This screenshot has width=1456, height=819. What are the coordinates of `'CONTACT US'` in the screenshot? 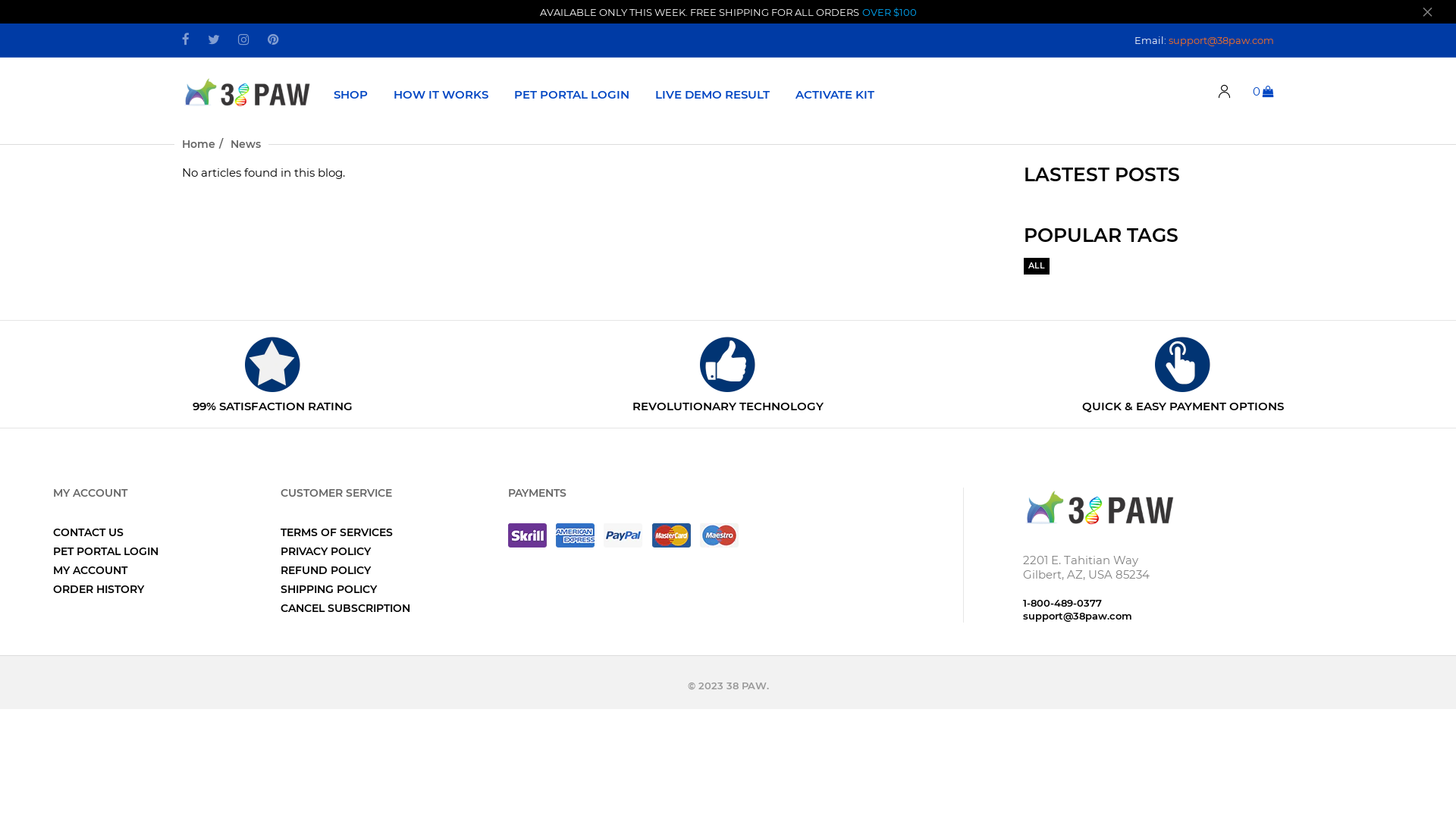 It's located at (87, 532).